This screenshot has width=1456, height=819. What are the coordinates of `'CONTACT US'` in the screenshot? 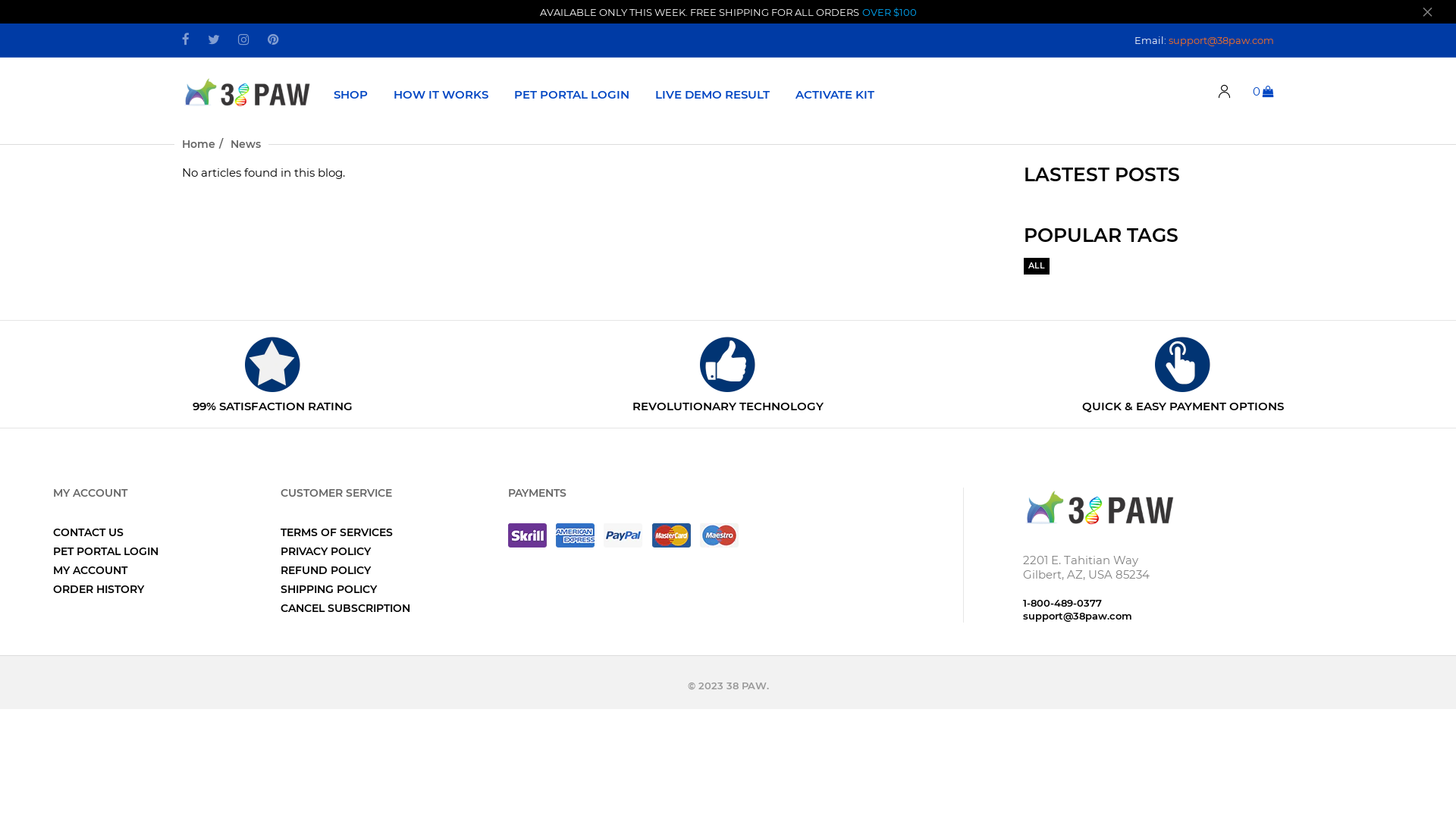 It's located at (87, 532).